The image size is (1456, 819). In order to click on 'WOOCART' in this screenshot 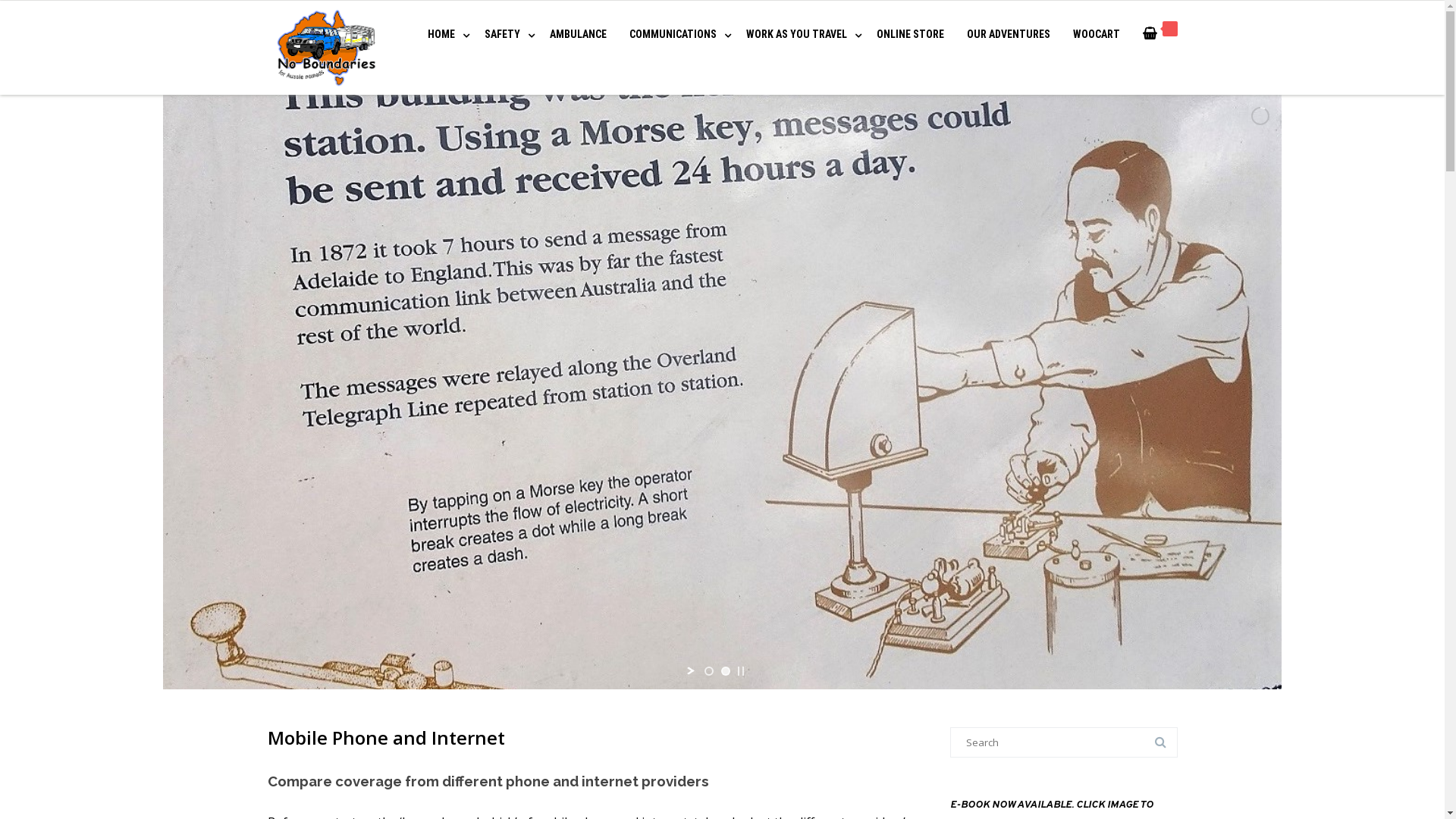, I will do `click(1095, 34)`.